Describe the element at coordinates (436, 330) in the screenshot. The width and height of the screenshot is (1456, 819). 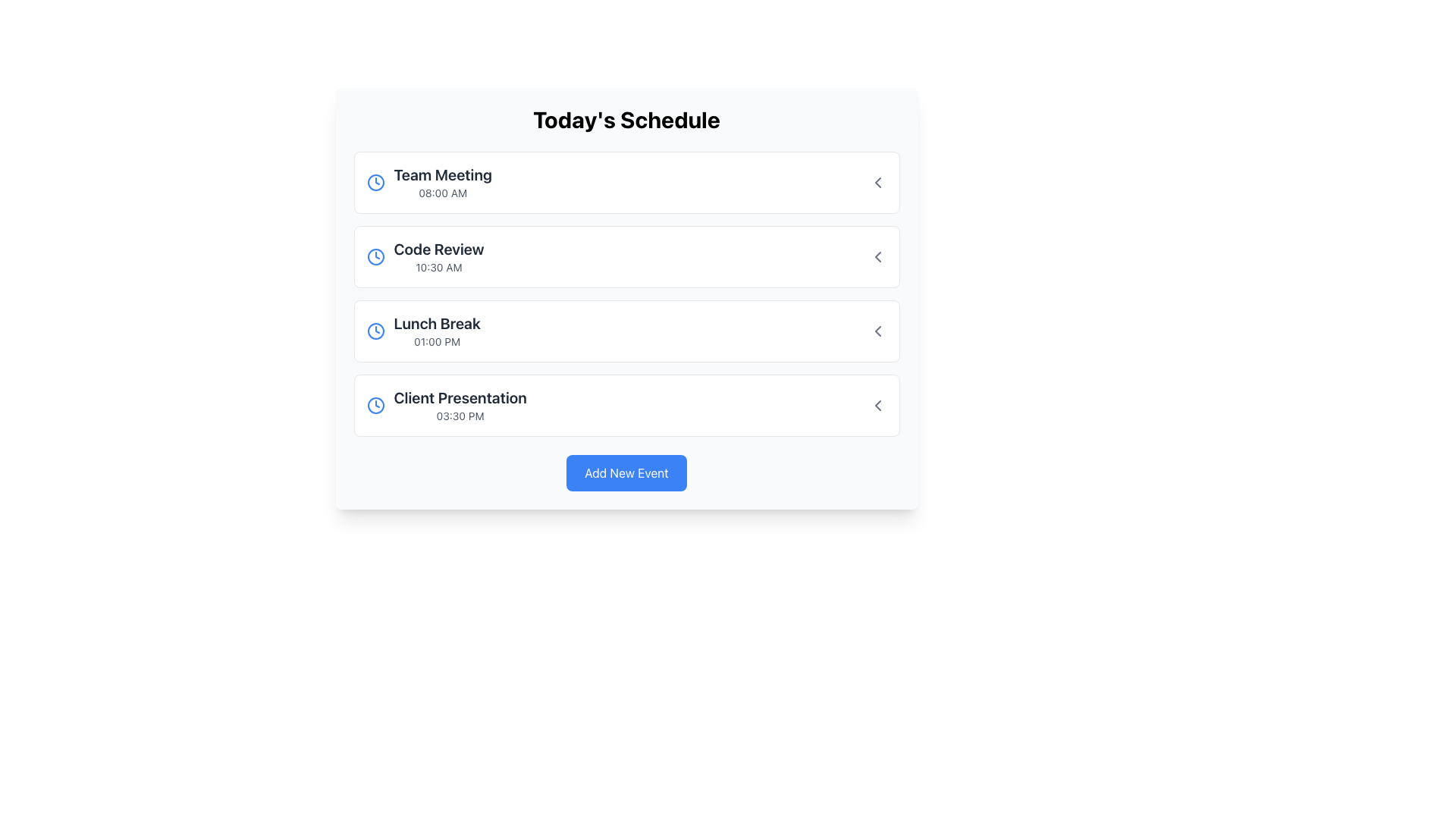
I see `the 'Lunch Break' Text Display element` at that location.